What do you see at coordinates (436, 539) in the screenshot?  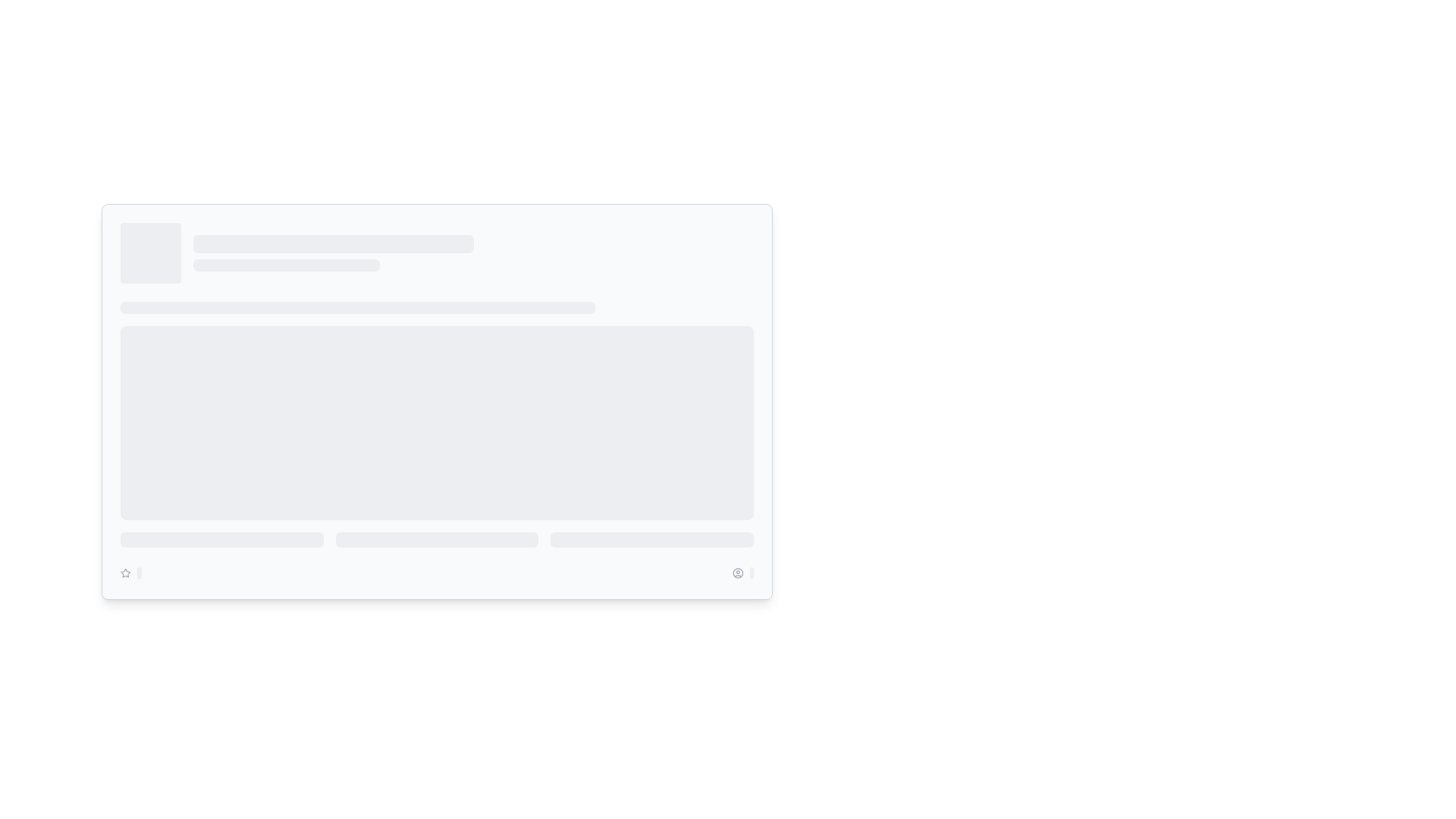 I see `the loading placeholder, which is the central element among three horizontally aligned similar elements positioned near the center and bottom of the interface` at bounding box center [436, 539].